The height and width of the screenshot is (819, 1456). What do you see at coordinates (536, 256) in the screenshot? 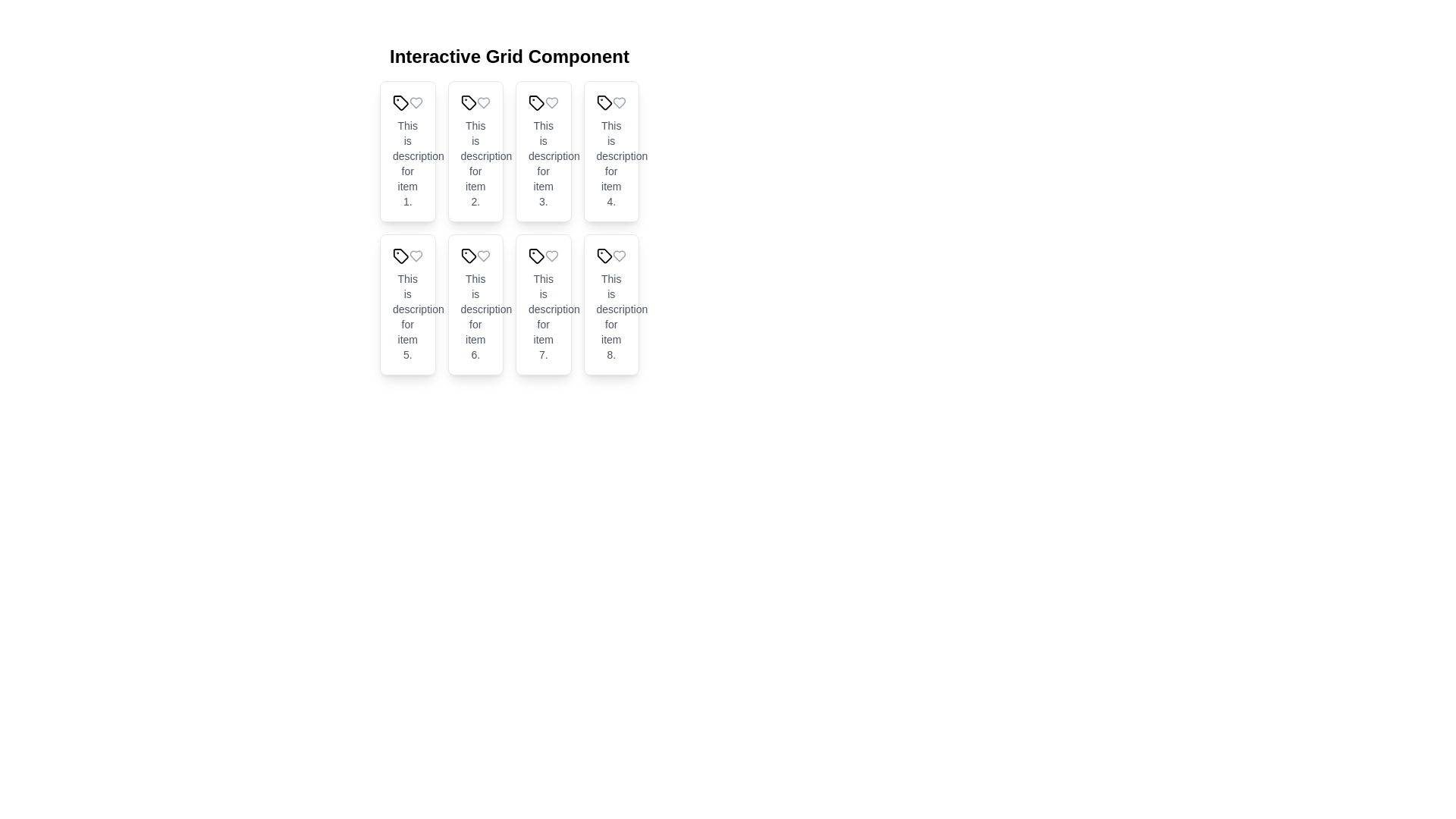
I see `the tag icon located in the seventh tile of the grid` at bounding box center [536, 256].